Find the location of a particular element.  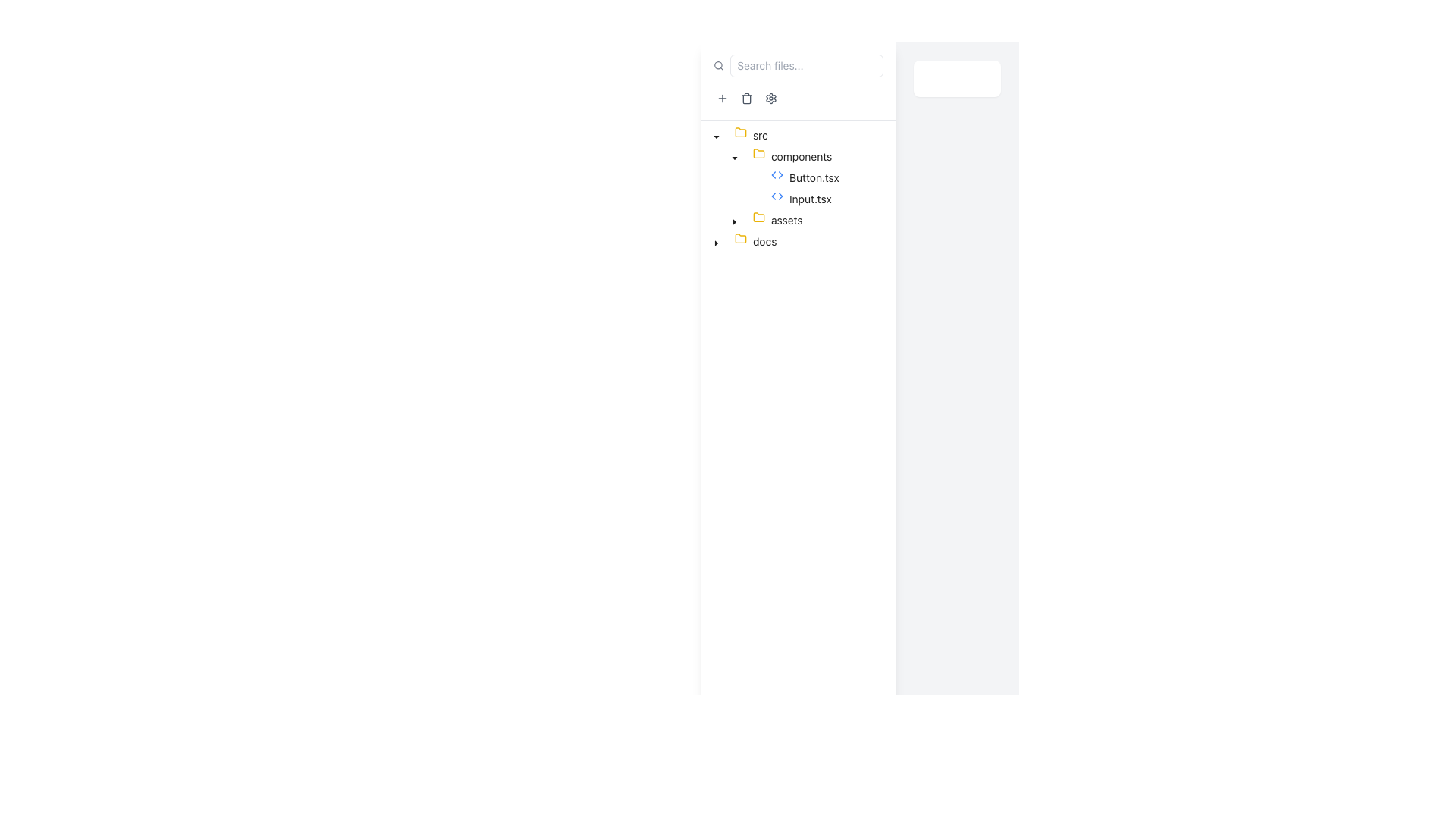

the gray gear icon button representing settings, which is the third button in a row of evenly spaced buttons is located at coordinates (771, 99).